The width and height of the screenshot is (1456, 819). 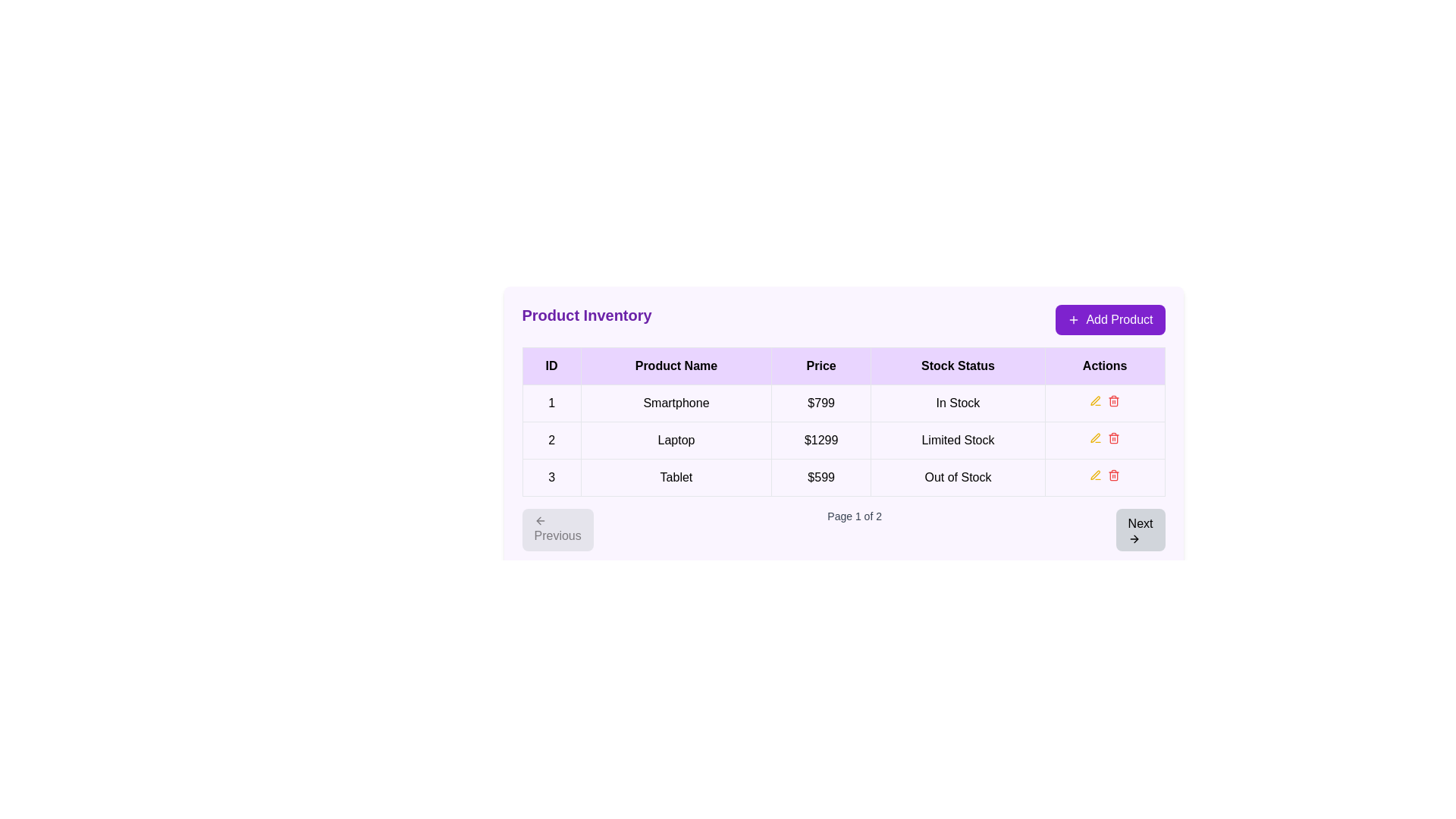 What do you see at coordinates (957, 366) in the screenshot?
I see `the 'Stock Status' table header label, which is the fourth header in the sequence and is displayed in bold, black font against a light lavender background` at bounding box center [957, 366].